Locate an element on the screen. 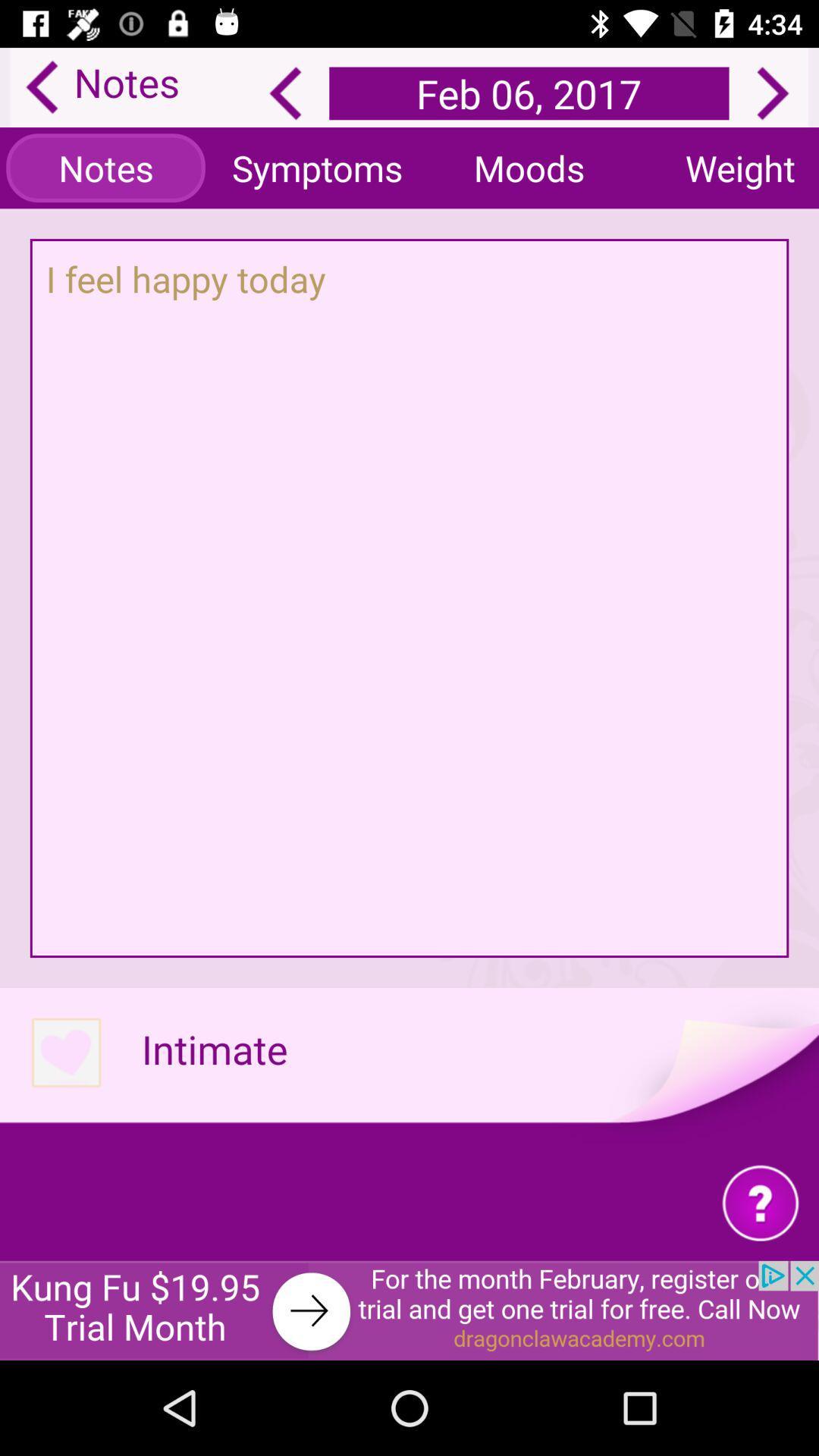 The height and width of the screenshot is (1456, 819). advertisement is located at coordinates (409, 1310).